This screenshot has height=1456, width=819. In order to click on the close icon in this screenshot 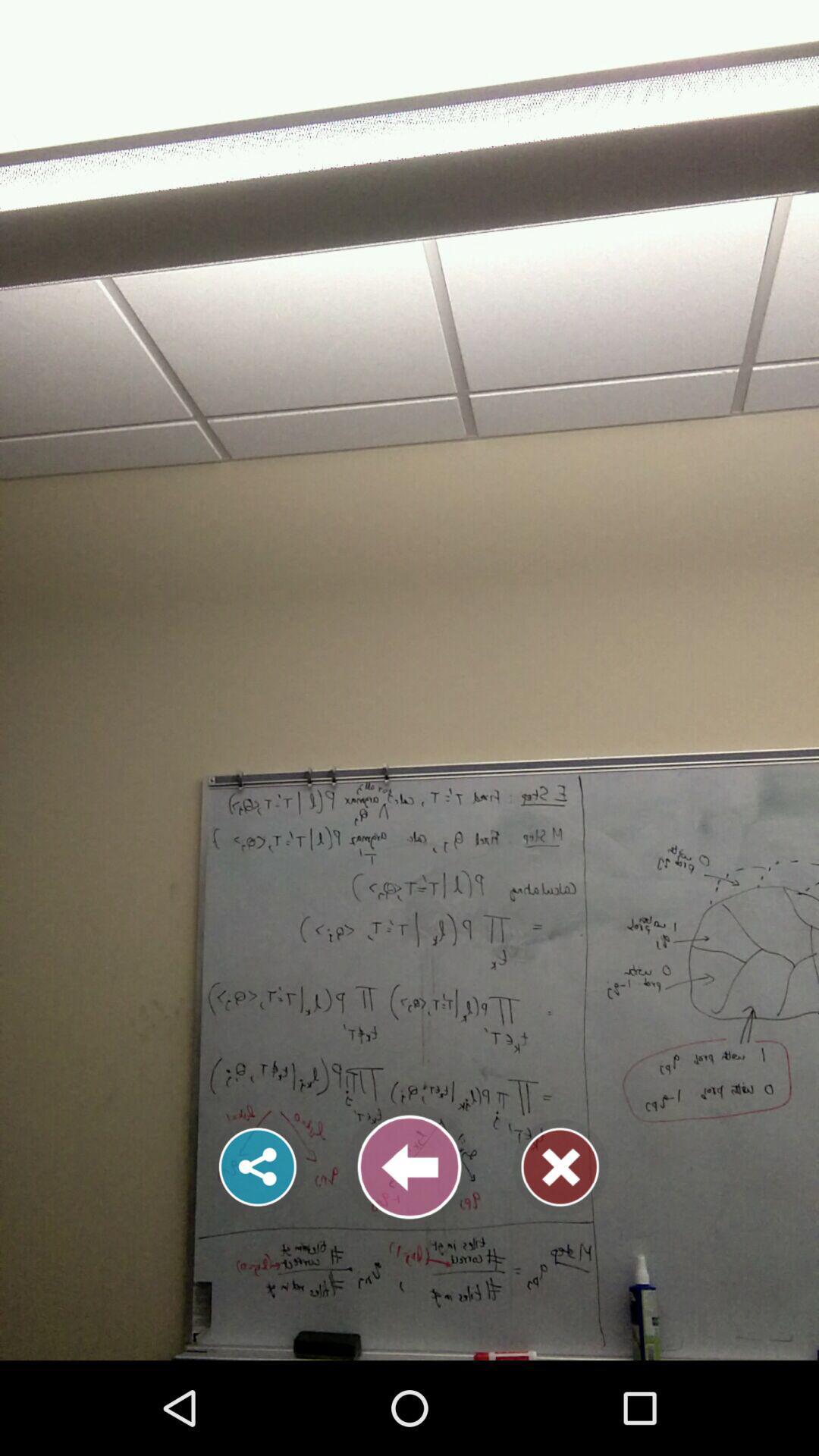, I will do `click(560, 1166)`.